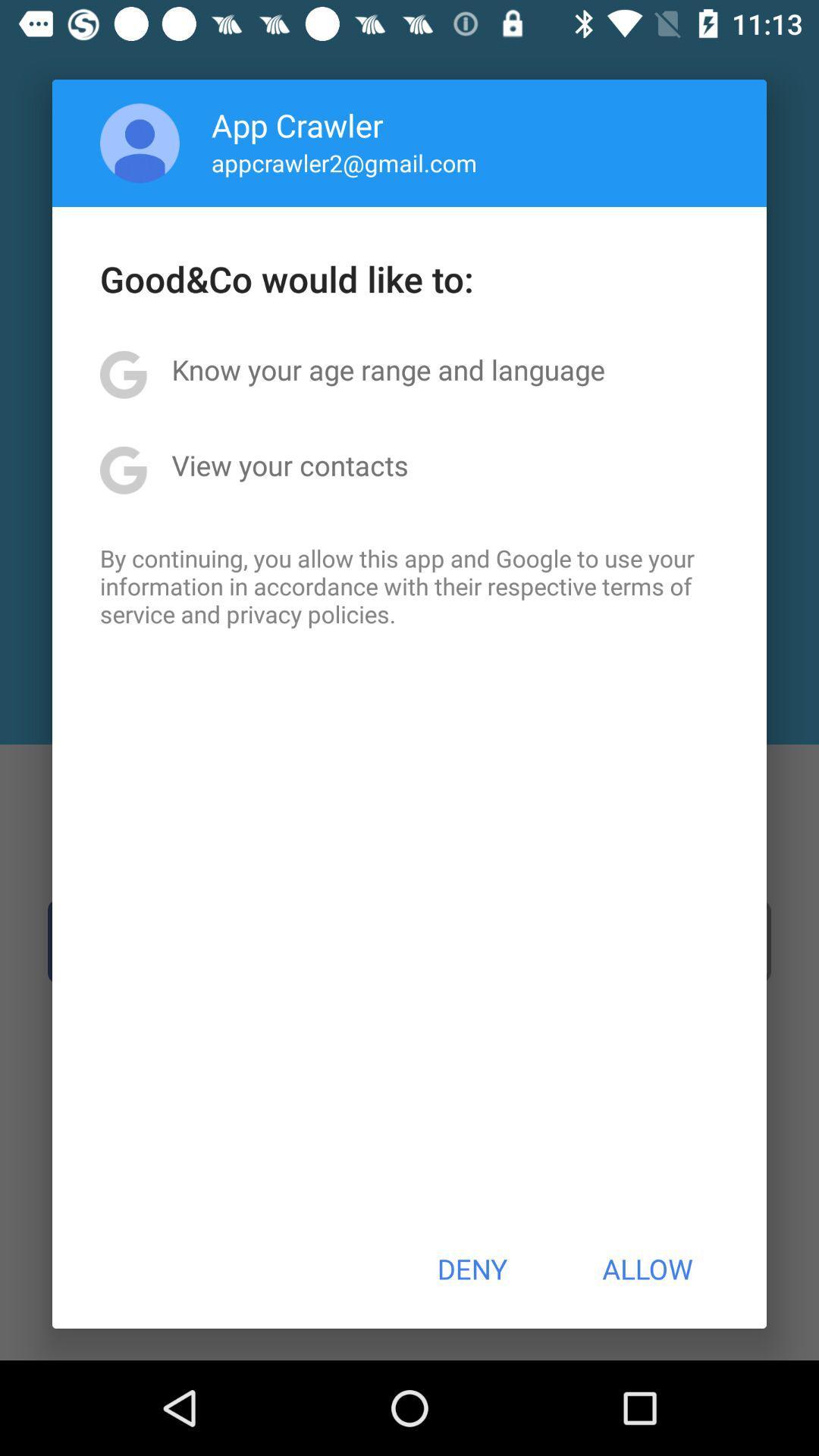 This screenshot has height=1456, width=819. I want to click on the view your contacts app, so click(290, 464).